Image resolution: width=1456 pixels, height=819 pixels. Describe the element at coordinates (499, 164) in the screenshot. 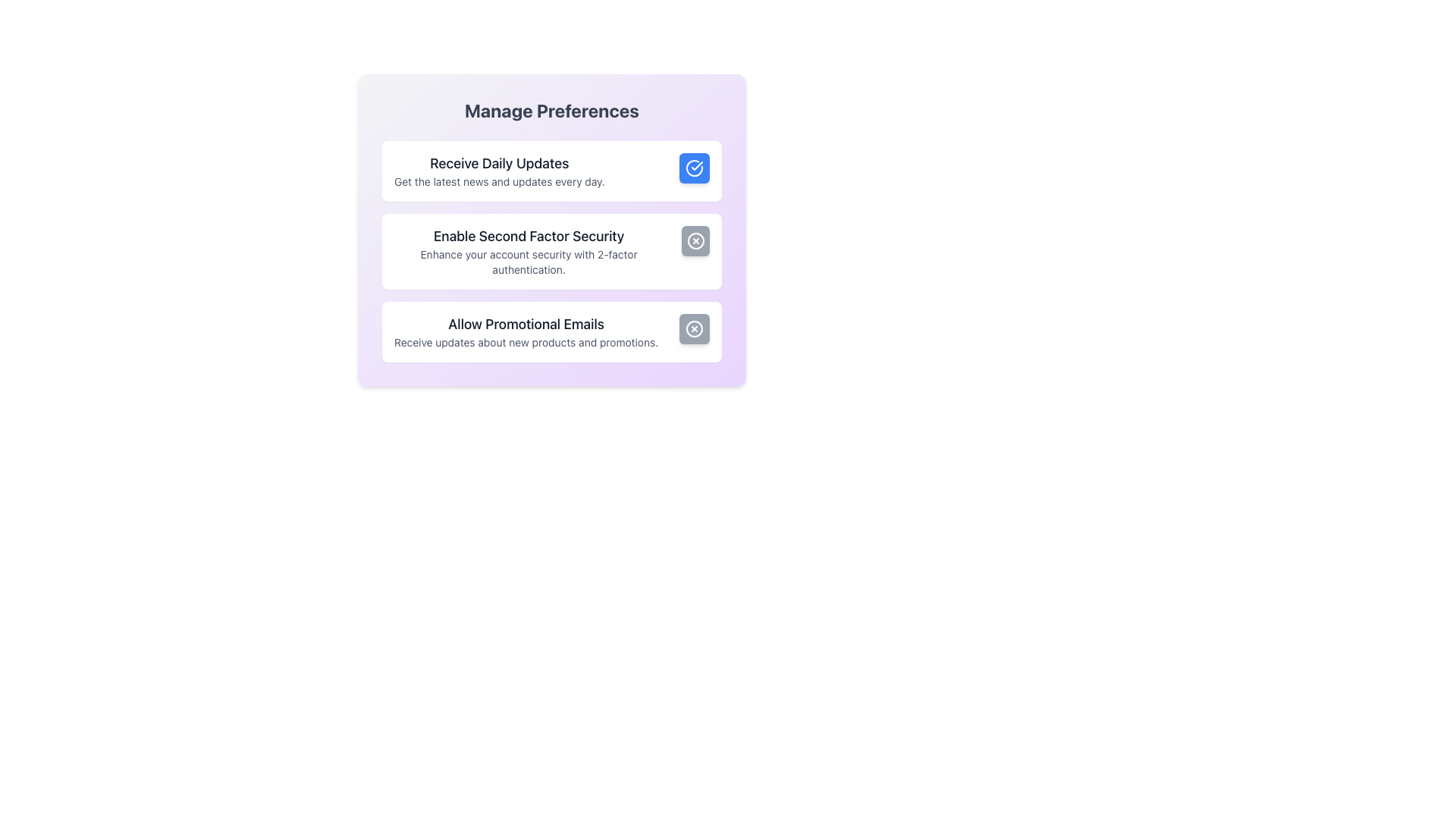

I see `the main text label for the first preference option located under the 'Manage Preferences' header` at that location.